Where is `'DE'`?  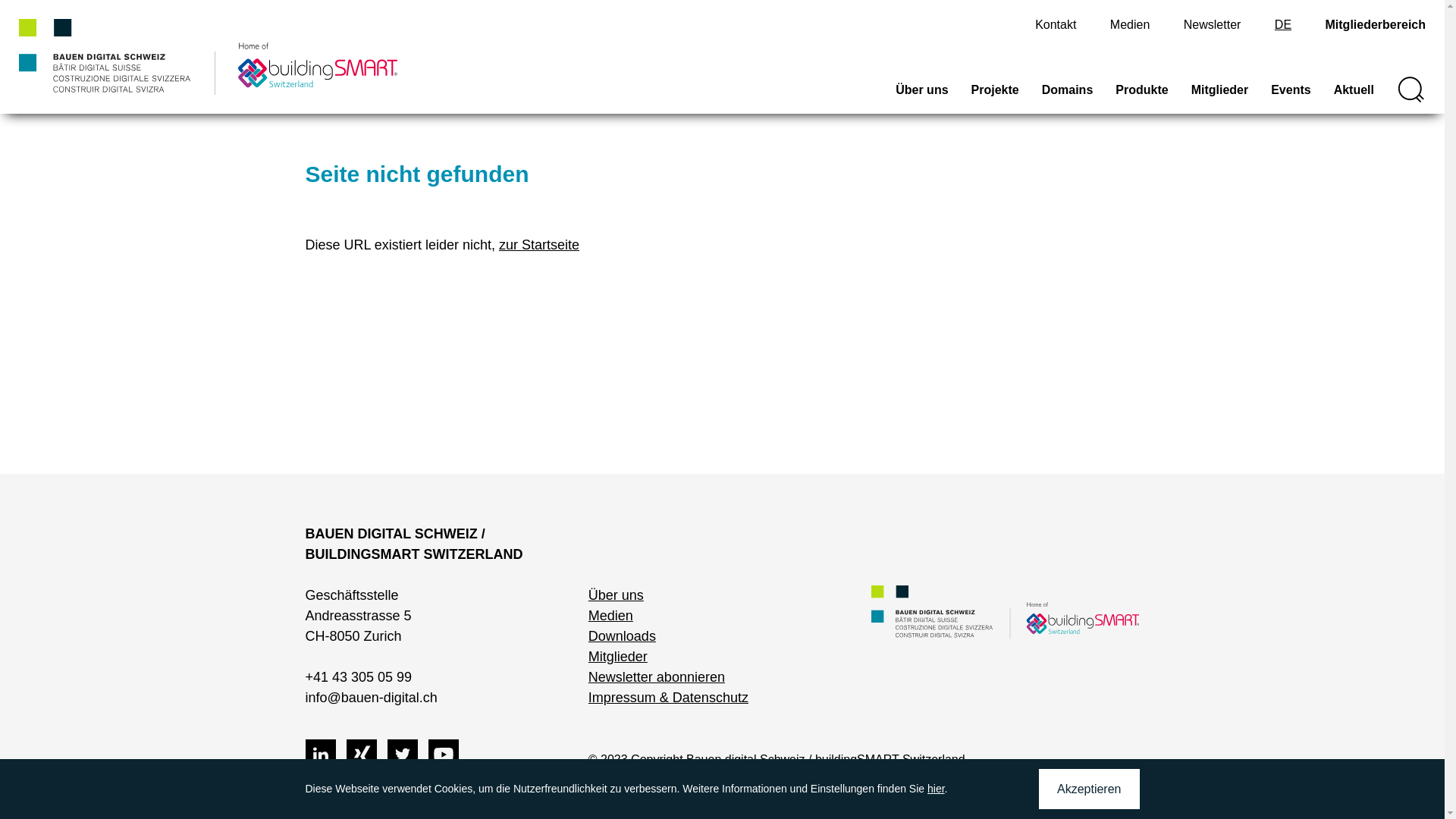 'DE' is located at coordinates (1282, 24).